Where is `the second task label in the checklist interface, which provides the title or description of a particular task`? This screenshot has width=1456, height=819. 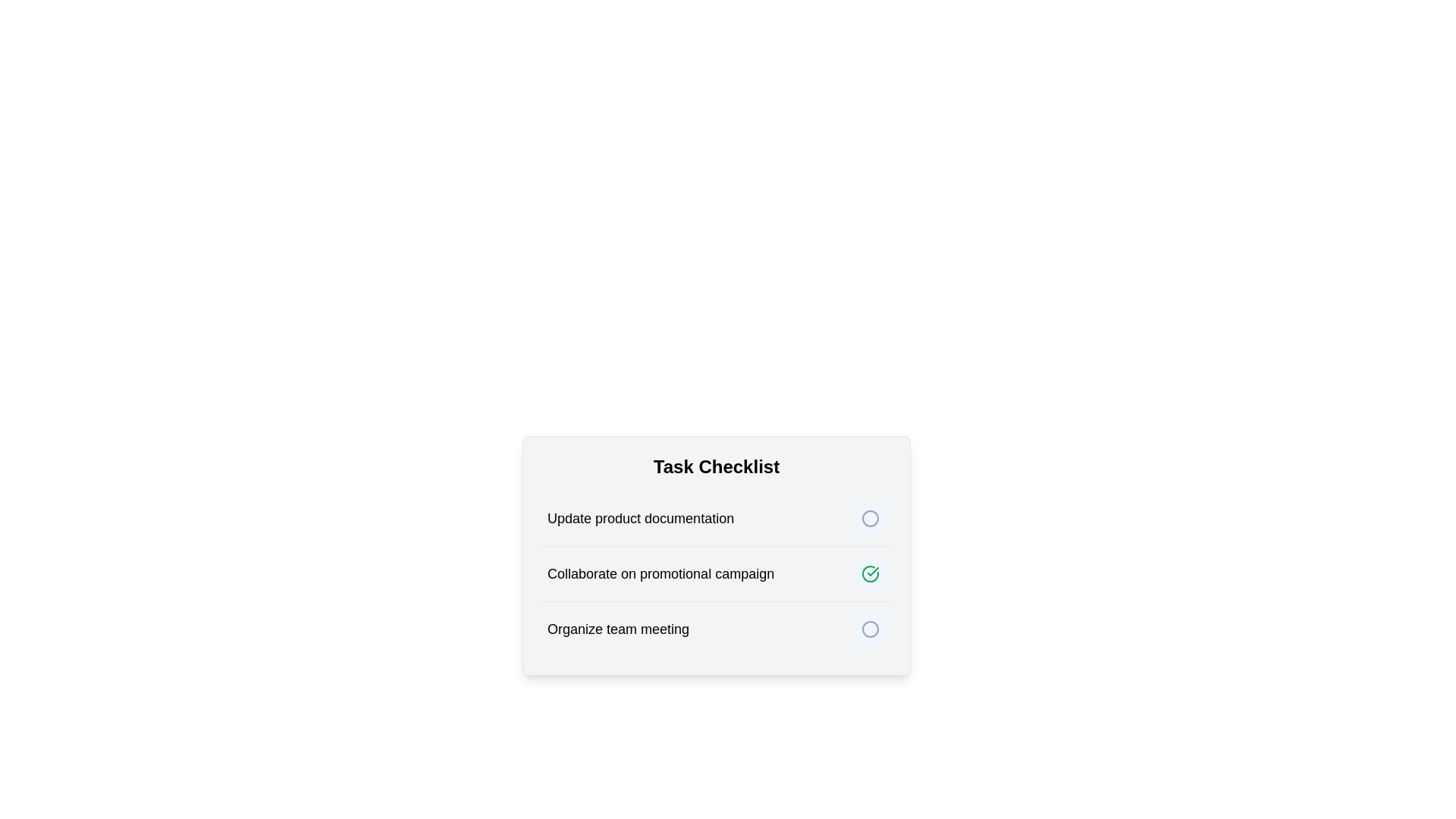 the second task label in the checklist interface, which provides the title or description of a particular task is located at coordinates (661, 573).